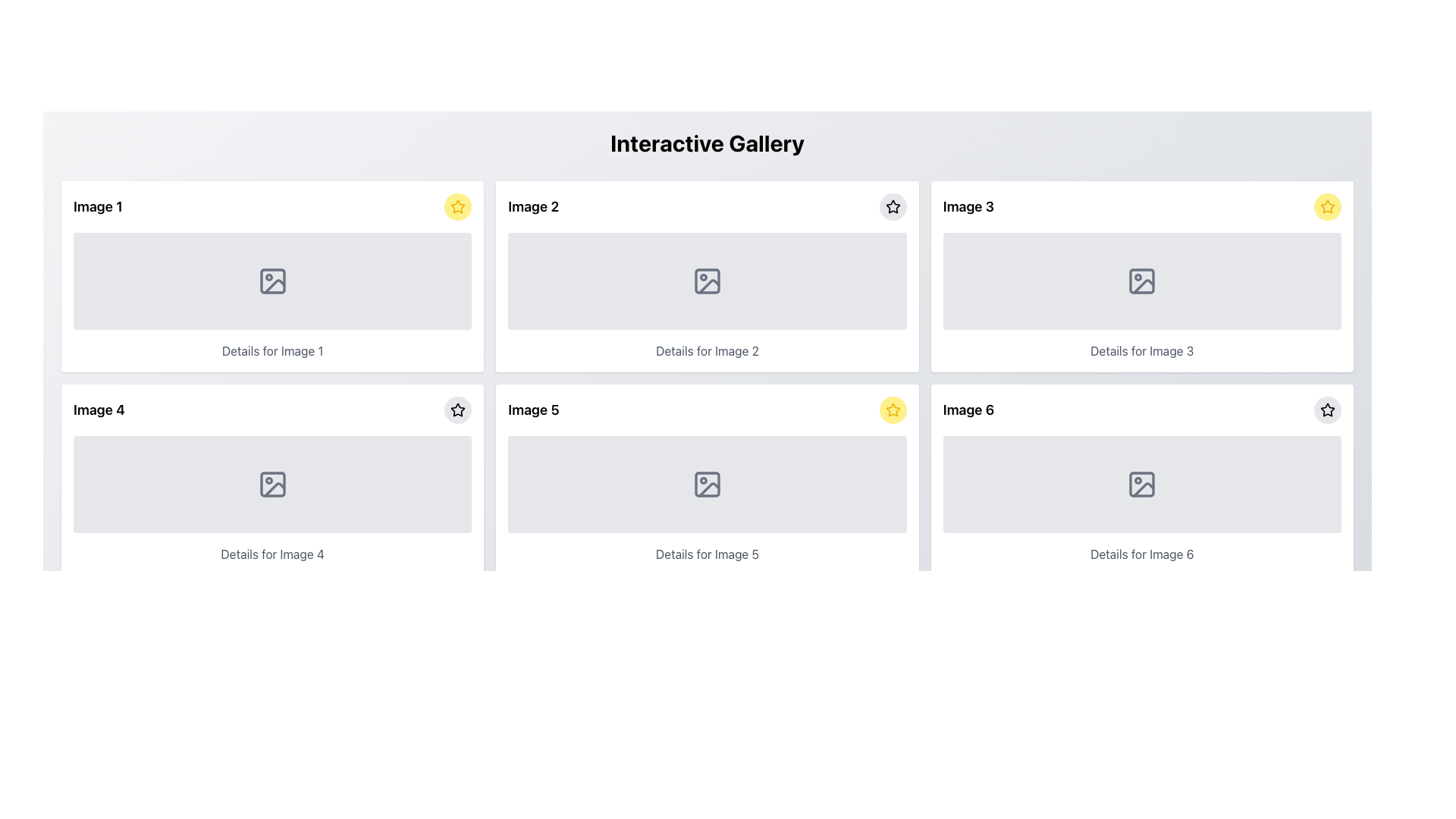 The image size is (1456, 819). What do you see at coordinates (1142, 281) in the screenshot?
I see `the central placeholder icon located in the first row, third column of the interactive gallery to interact with it` at bounding box center [1142, 281].